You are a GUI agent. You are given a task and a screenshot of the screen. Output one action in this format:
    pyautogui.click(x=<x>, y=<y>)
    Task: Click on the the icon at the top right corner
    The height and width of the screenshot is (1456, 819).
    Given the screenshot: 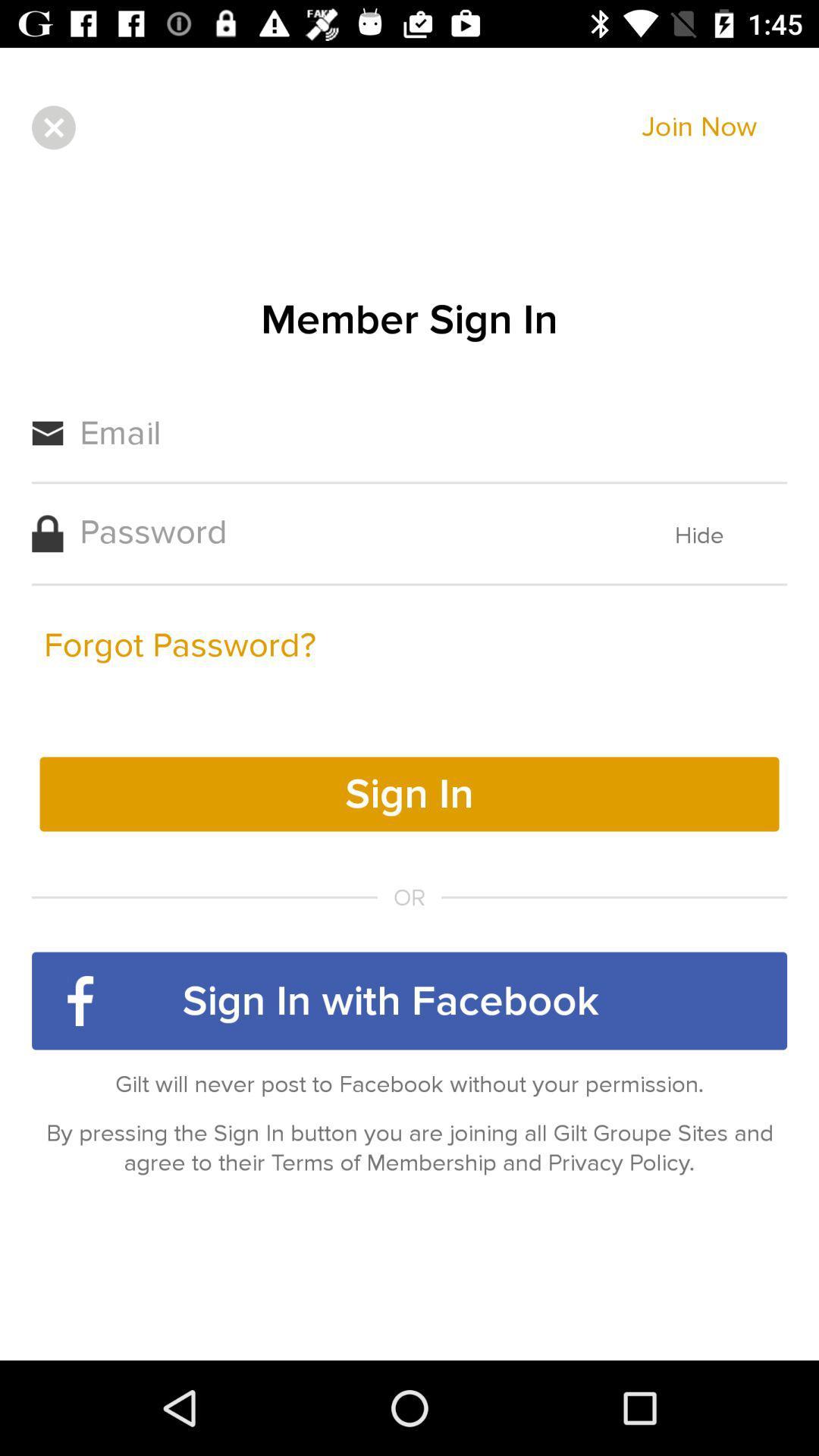 What is the action you would take?
    pyautogui.click(x=699, y=127)
    